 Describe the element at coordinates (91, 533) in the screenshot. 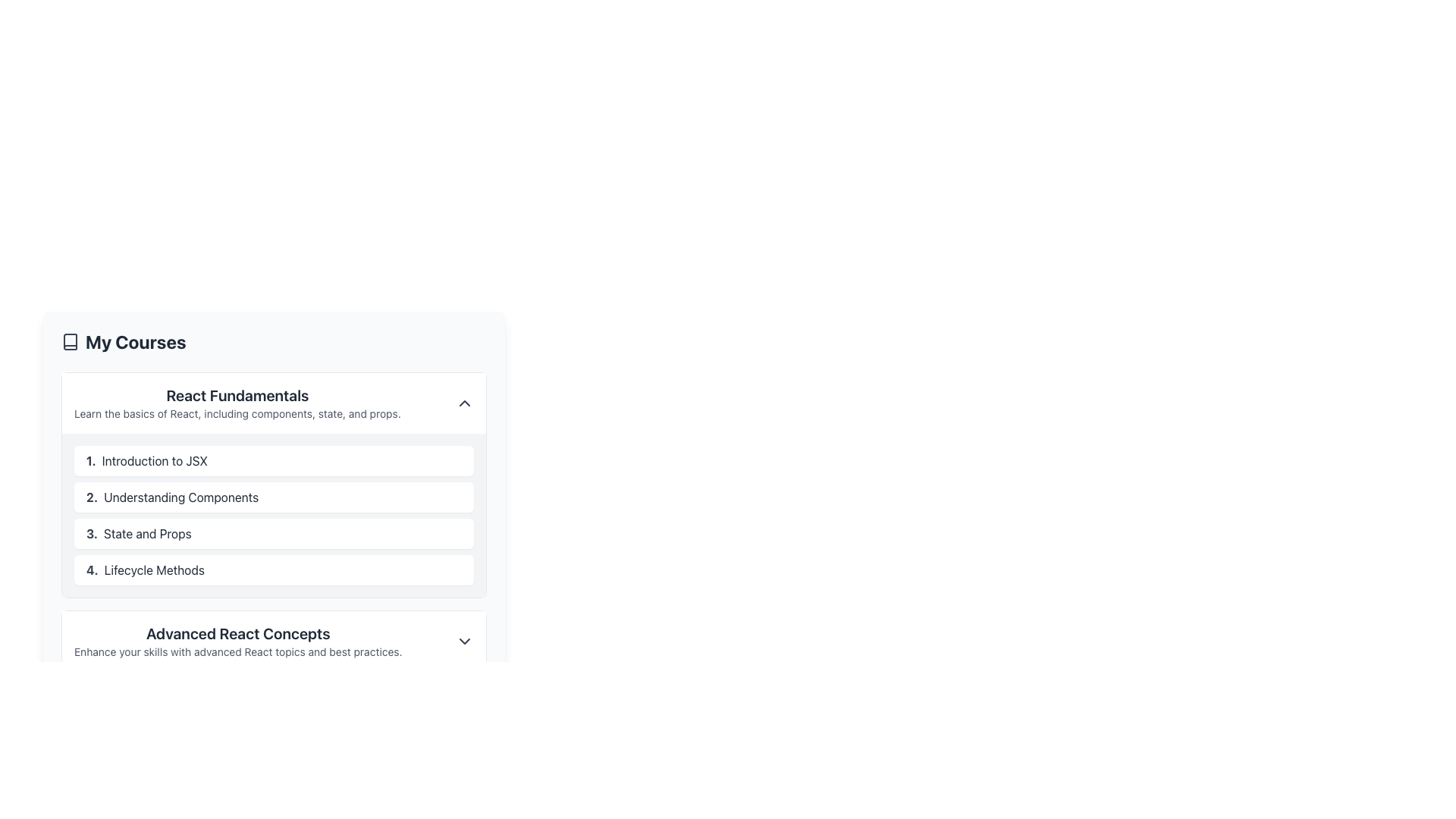

I see `the text label indicating the third entry in the 'React Fundamentals' section, which marks the position of 'State and Props'` at that location.